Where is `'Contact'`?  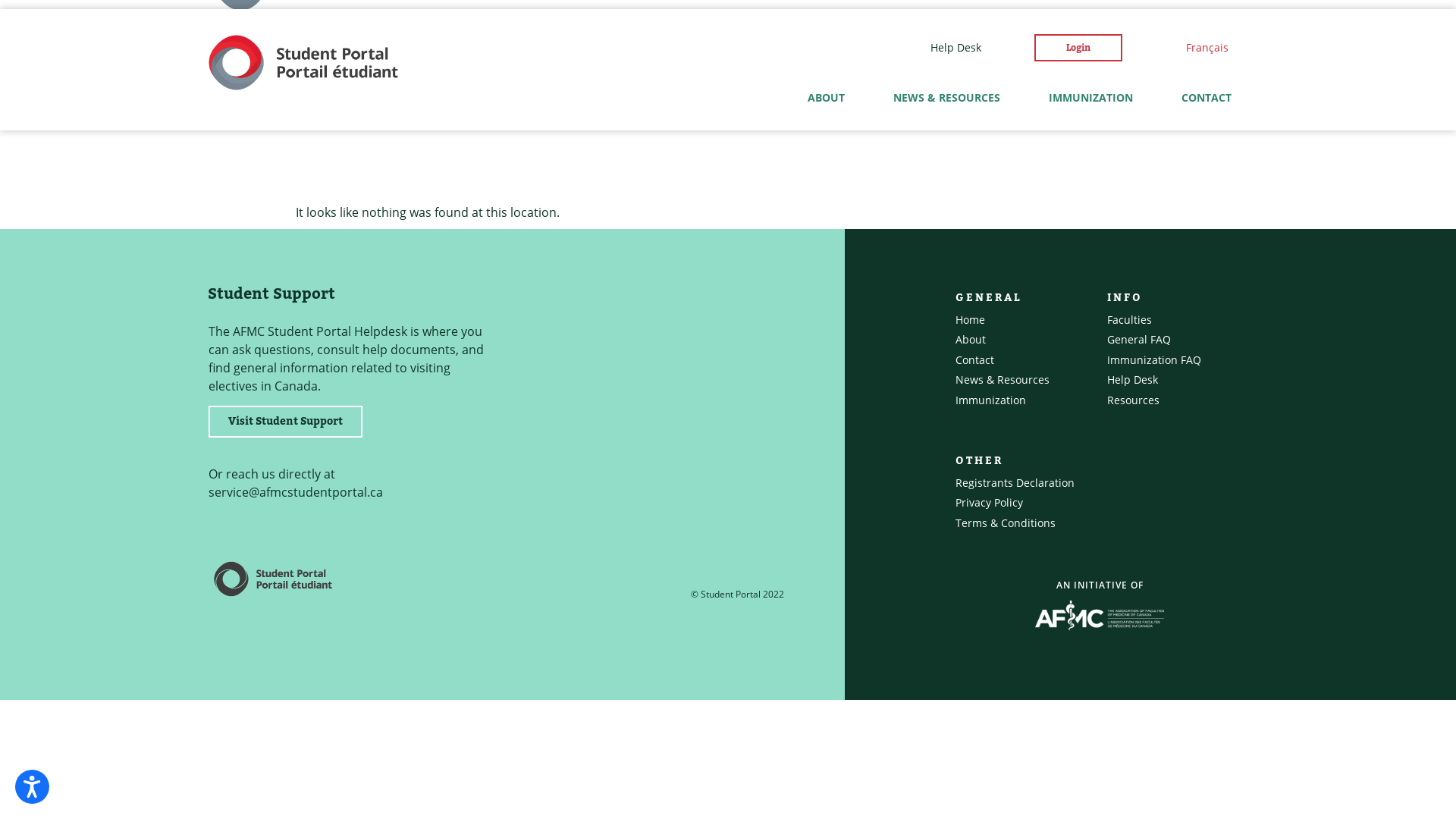
'Contact' is located at coordinates (974, 359).